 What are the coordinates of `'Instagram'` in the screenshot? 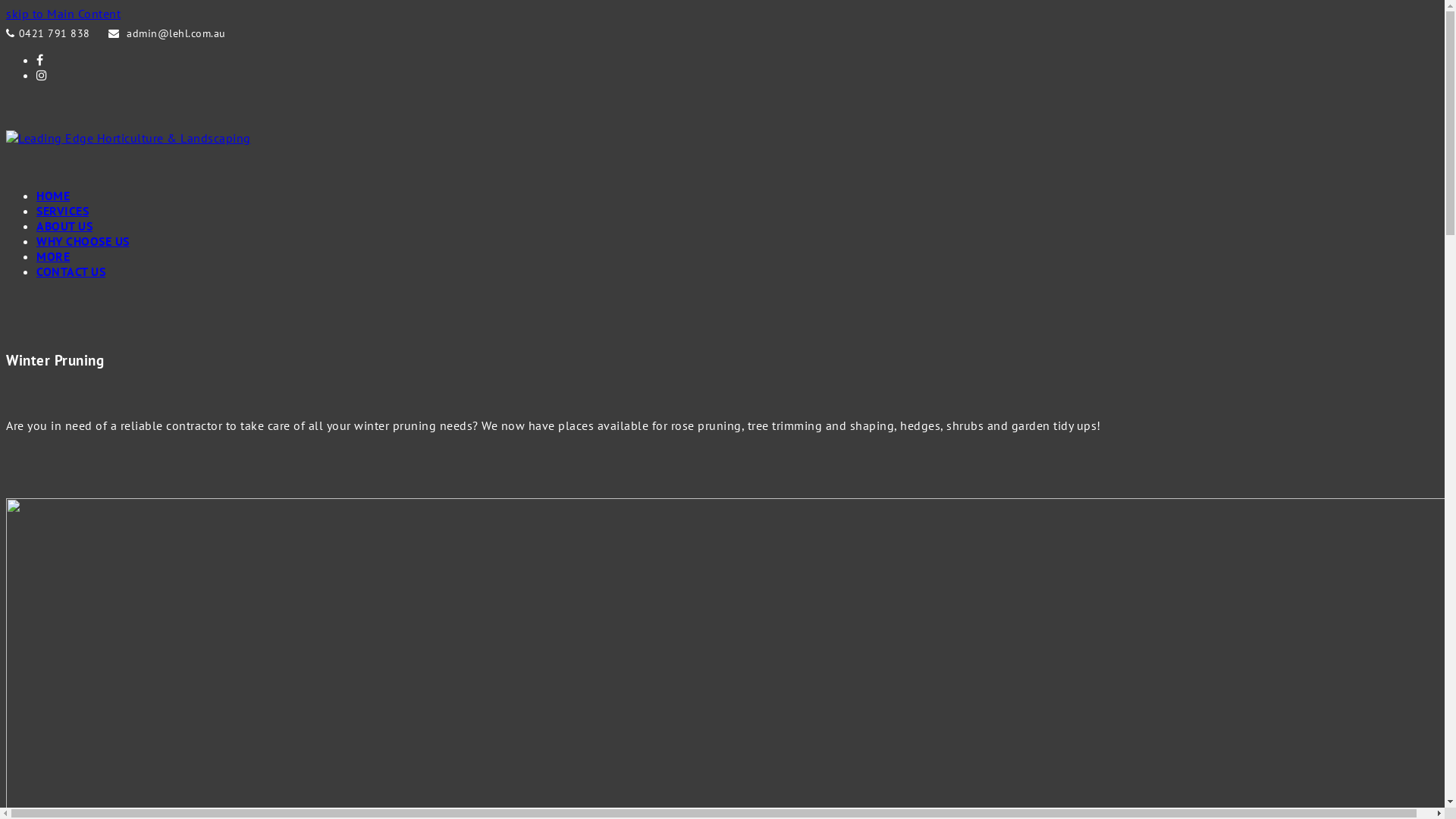 It's located at (36, 75).